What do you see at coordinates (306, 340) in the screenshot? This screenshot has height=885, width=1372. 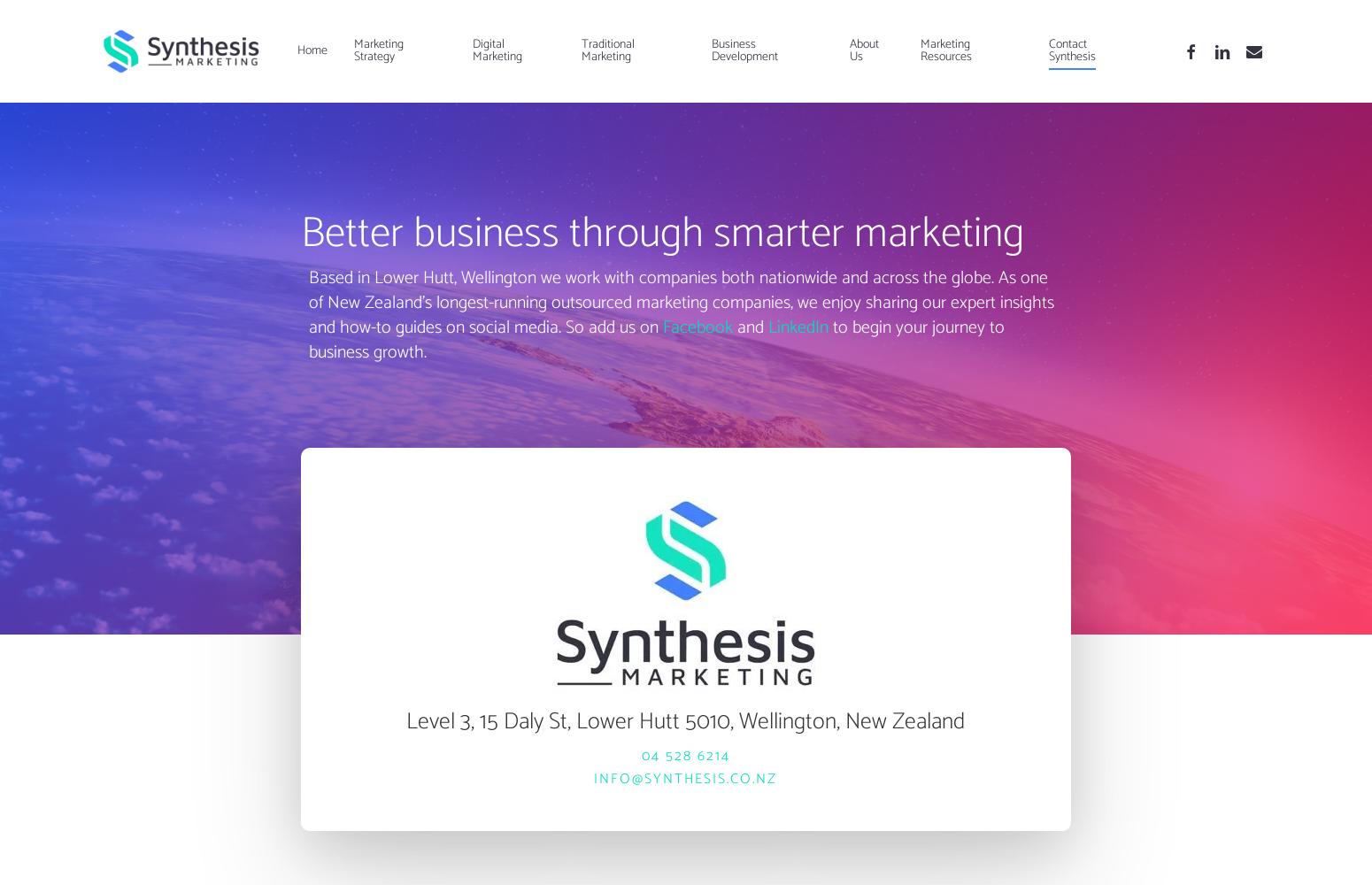 I see `'to begin your journey to business growth.'` at bounding box center [306, 340].